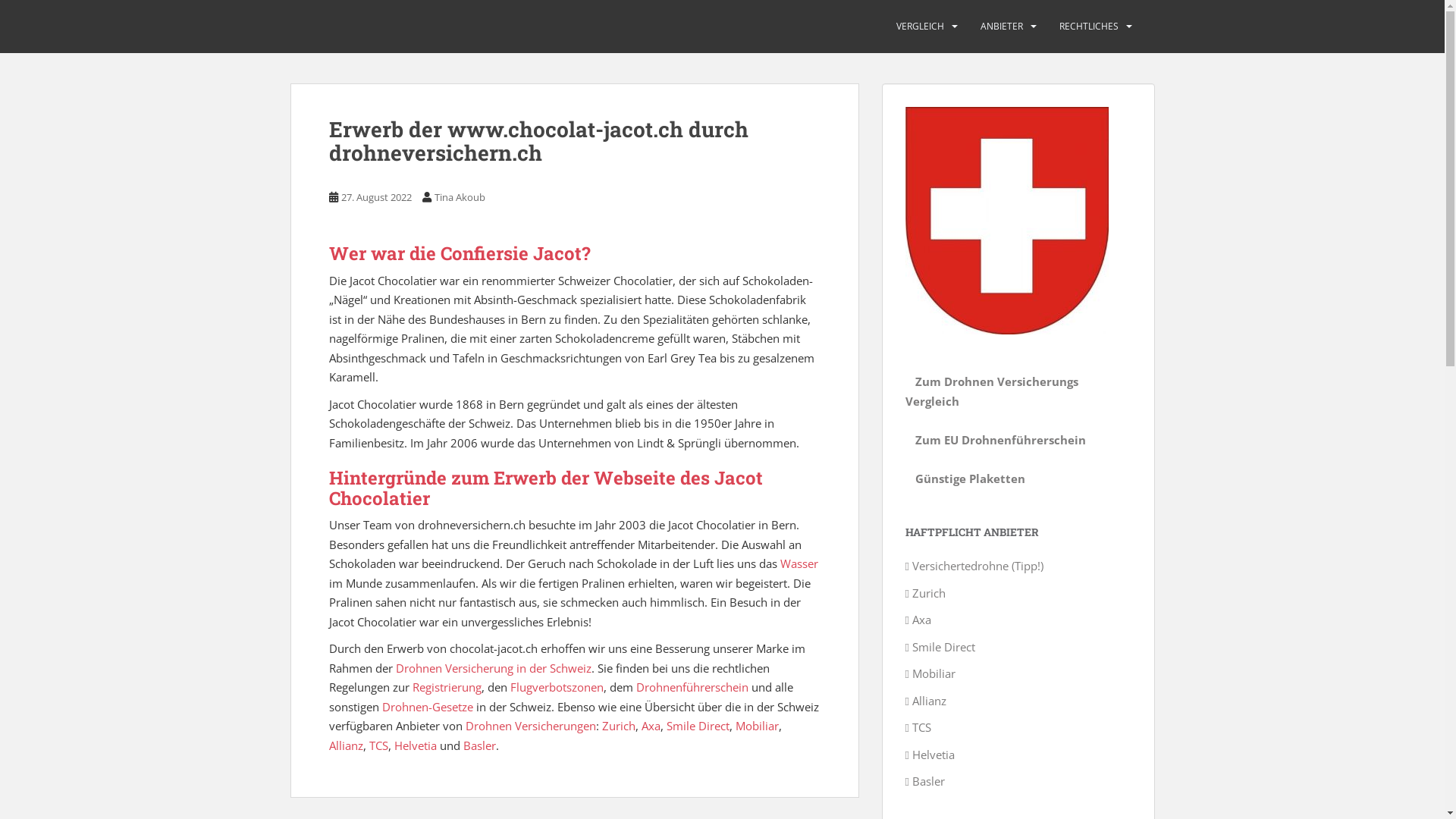 The image size is (1456, 819). What do you see at coordinates (494, 667) in the screenshot?
I see `'Drohnen Versicherung in der Schweiz'` at bounding box center [494, 667].